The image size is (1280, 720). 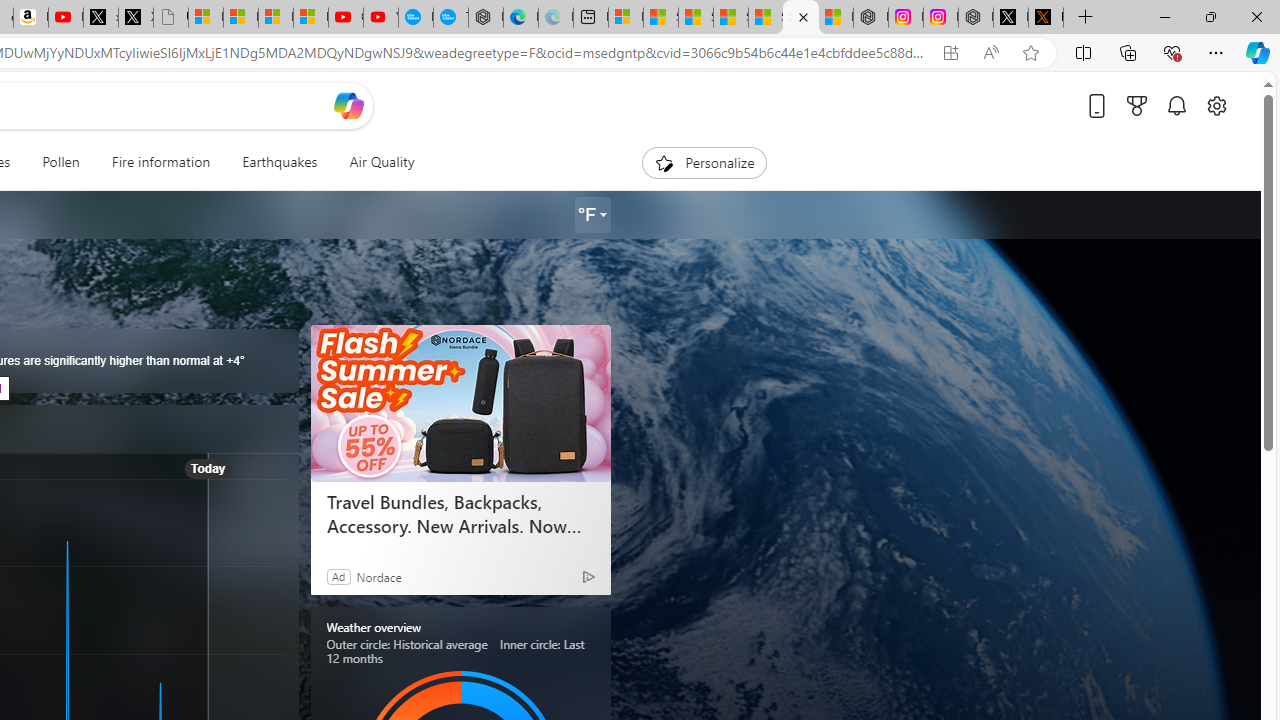 What do you see at coordinates (704, 162) in the screenshot?
I see `'Personalize'` at bounding box center [704, 162].